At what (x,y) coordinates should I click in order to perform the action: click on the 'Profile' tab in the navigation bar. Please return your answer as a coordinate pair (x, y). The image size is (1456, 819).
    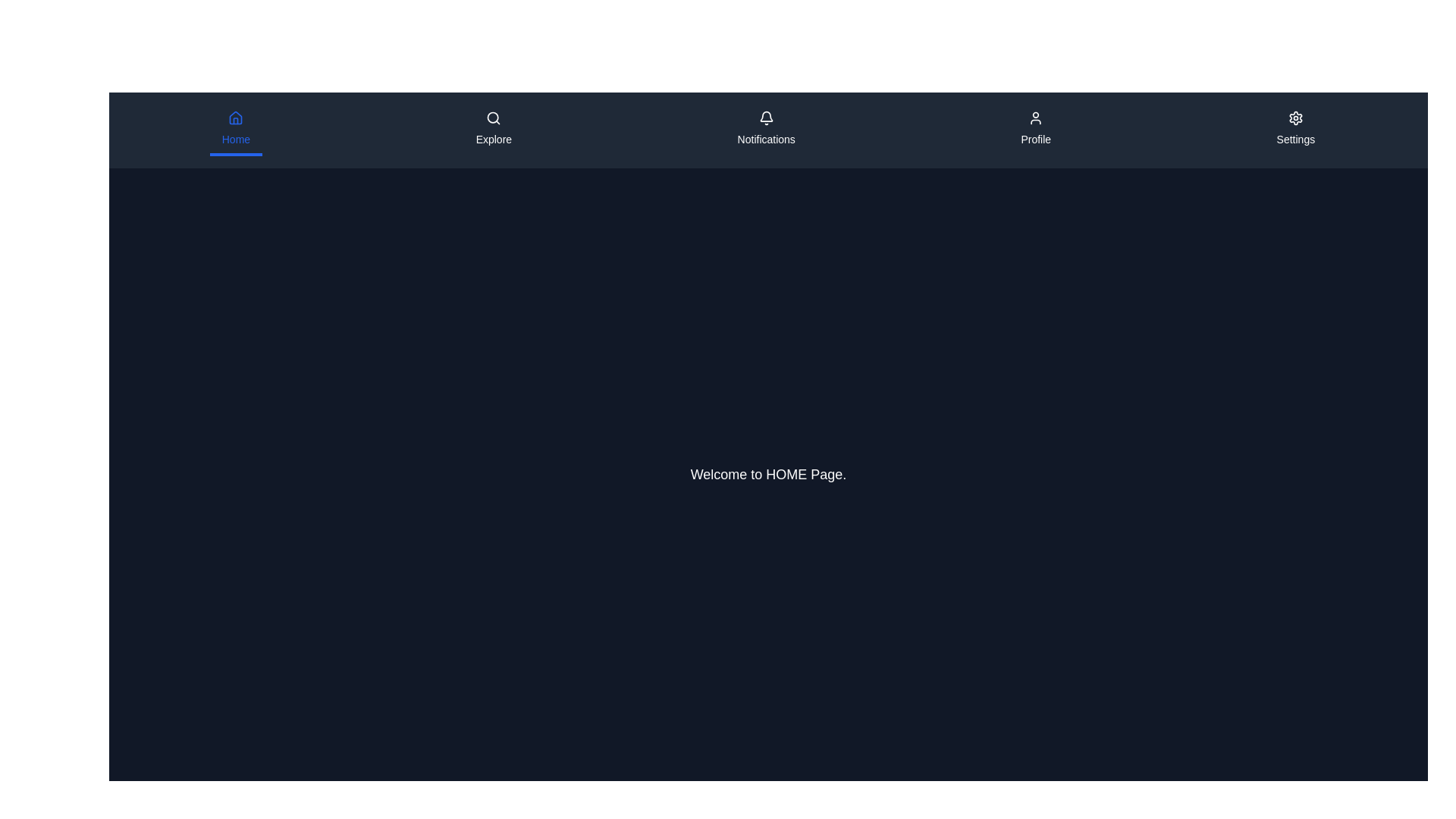
    Looking at the image, I should click on (1035, 130).